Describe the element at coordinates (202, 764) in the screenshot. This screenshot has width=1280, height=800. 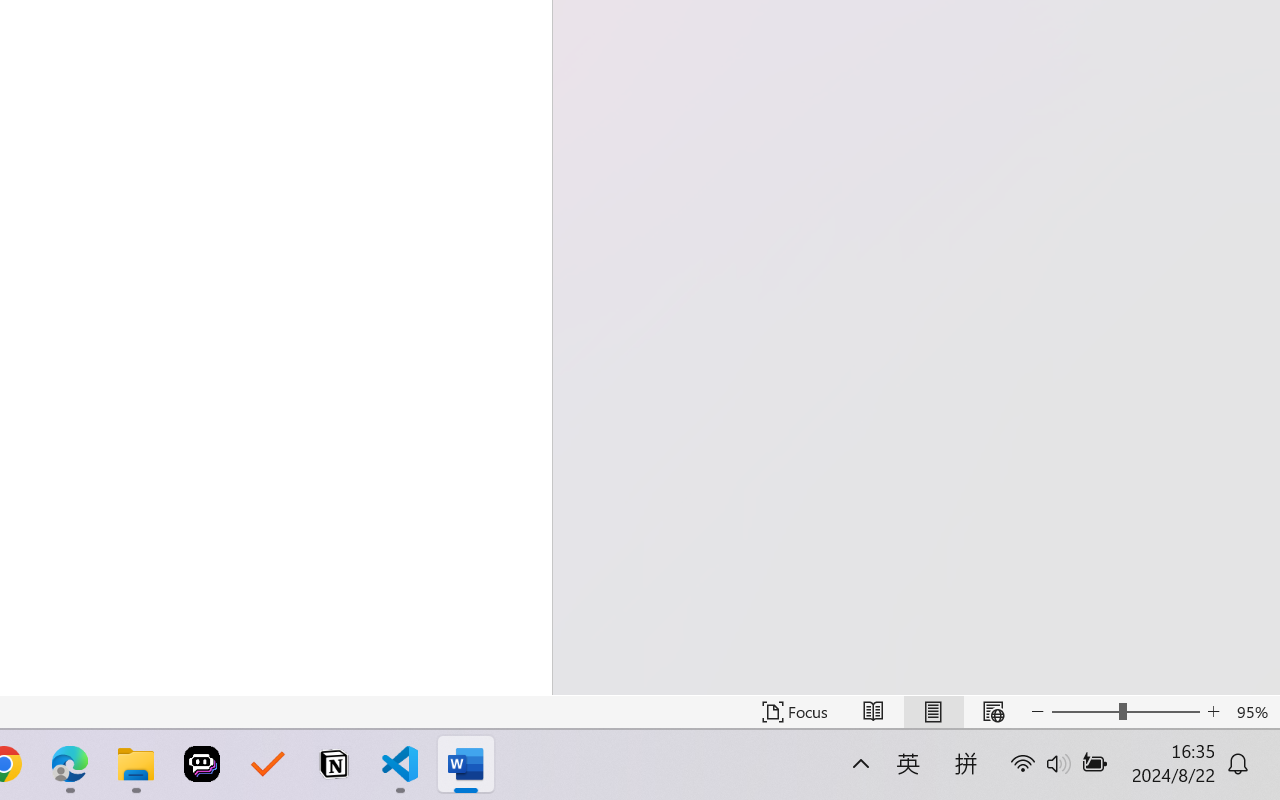
I see `'Poe'` at that location.